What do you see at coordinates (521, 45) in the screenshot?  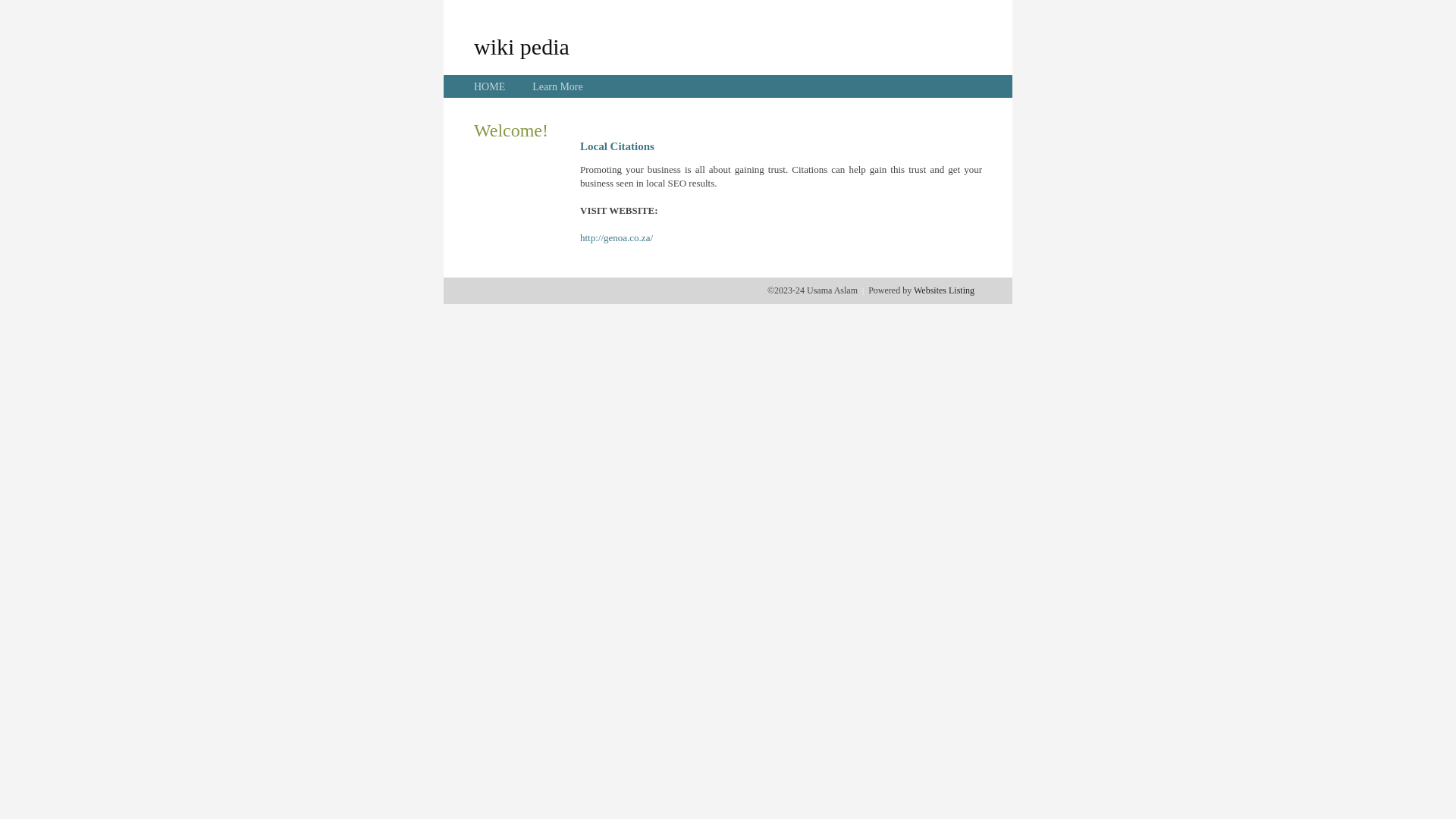 I see `'wiki pedia'` at bounding box center [521, 45].